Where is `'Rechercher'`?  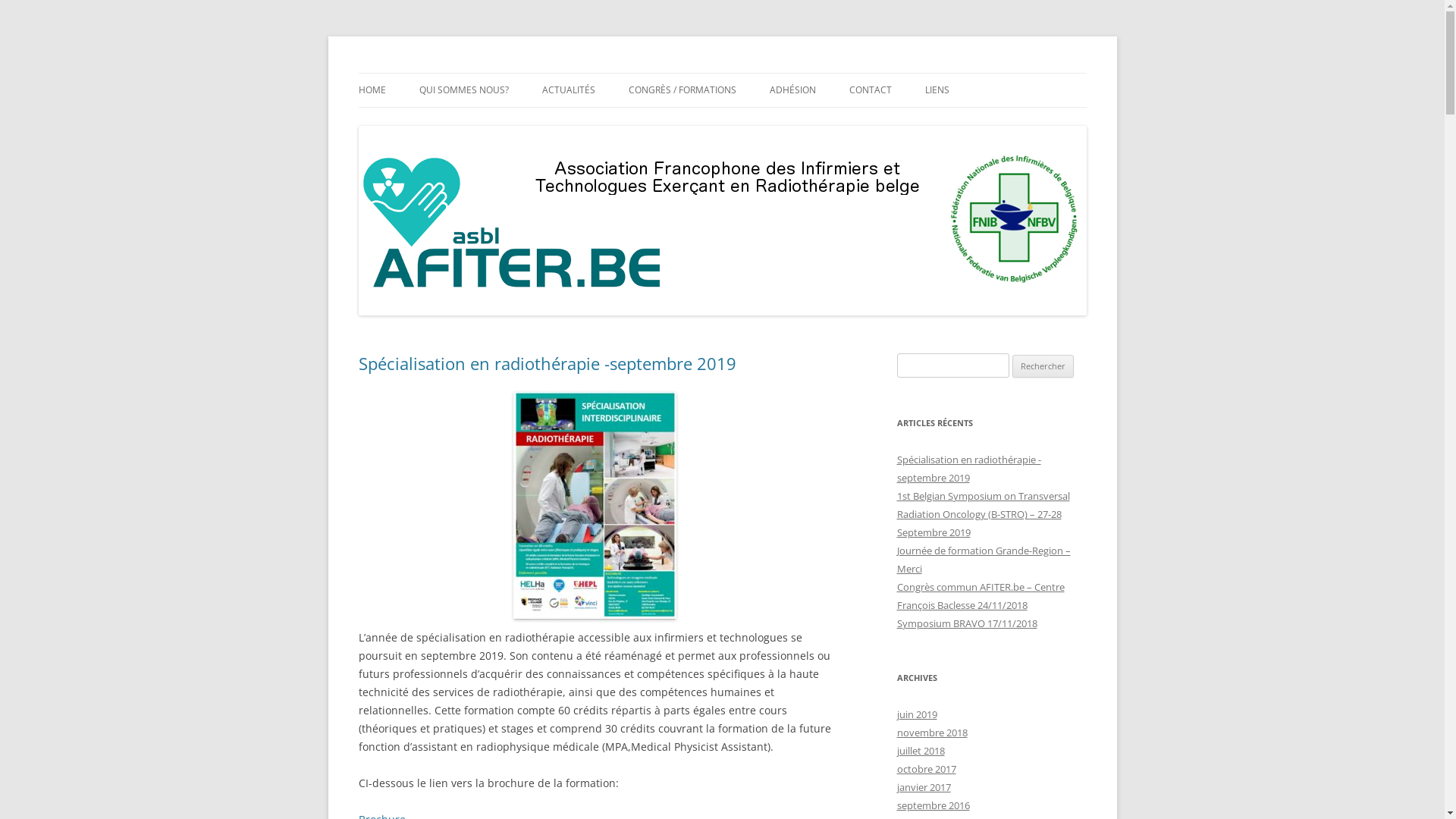 'Rechercher' is located at coordinates (1042, 366).